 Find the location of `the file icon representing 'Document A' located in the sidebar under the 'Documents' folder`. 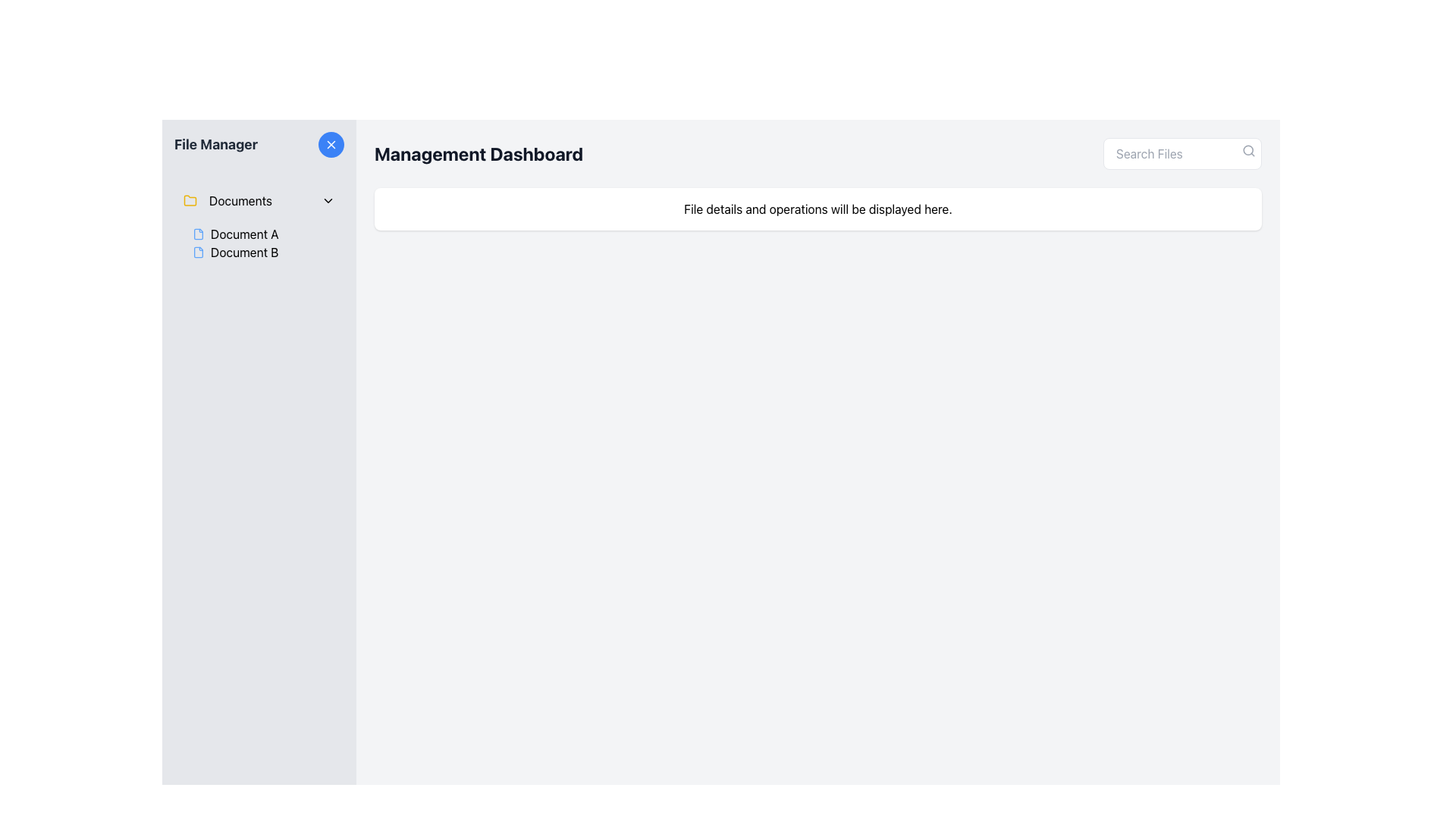

the file icon representing 'Document A' located in the sidebar under the 'Documents' folder is located at coordinates (198, 234).